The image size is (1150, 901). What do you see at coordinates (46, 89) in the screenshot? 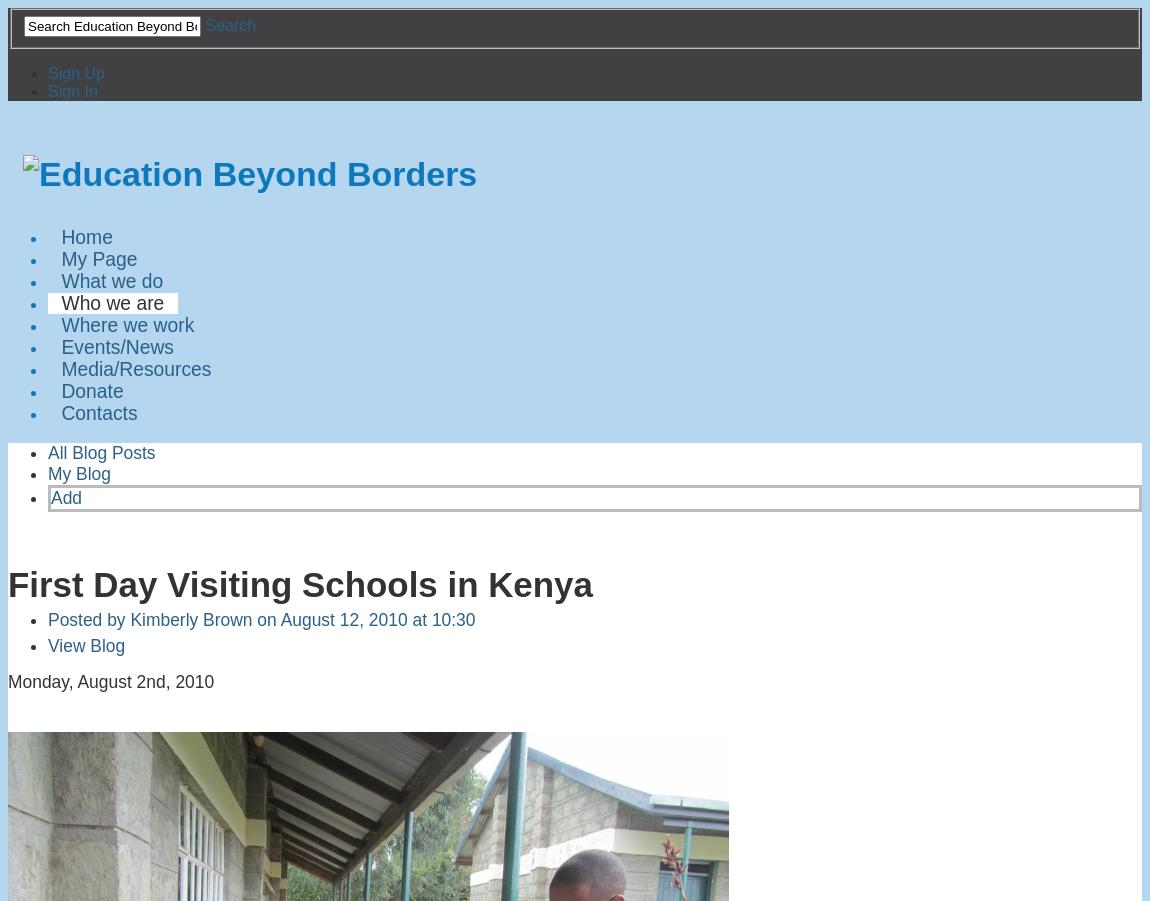
I see `'Sign In'` at bounding box center [46, 89].